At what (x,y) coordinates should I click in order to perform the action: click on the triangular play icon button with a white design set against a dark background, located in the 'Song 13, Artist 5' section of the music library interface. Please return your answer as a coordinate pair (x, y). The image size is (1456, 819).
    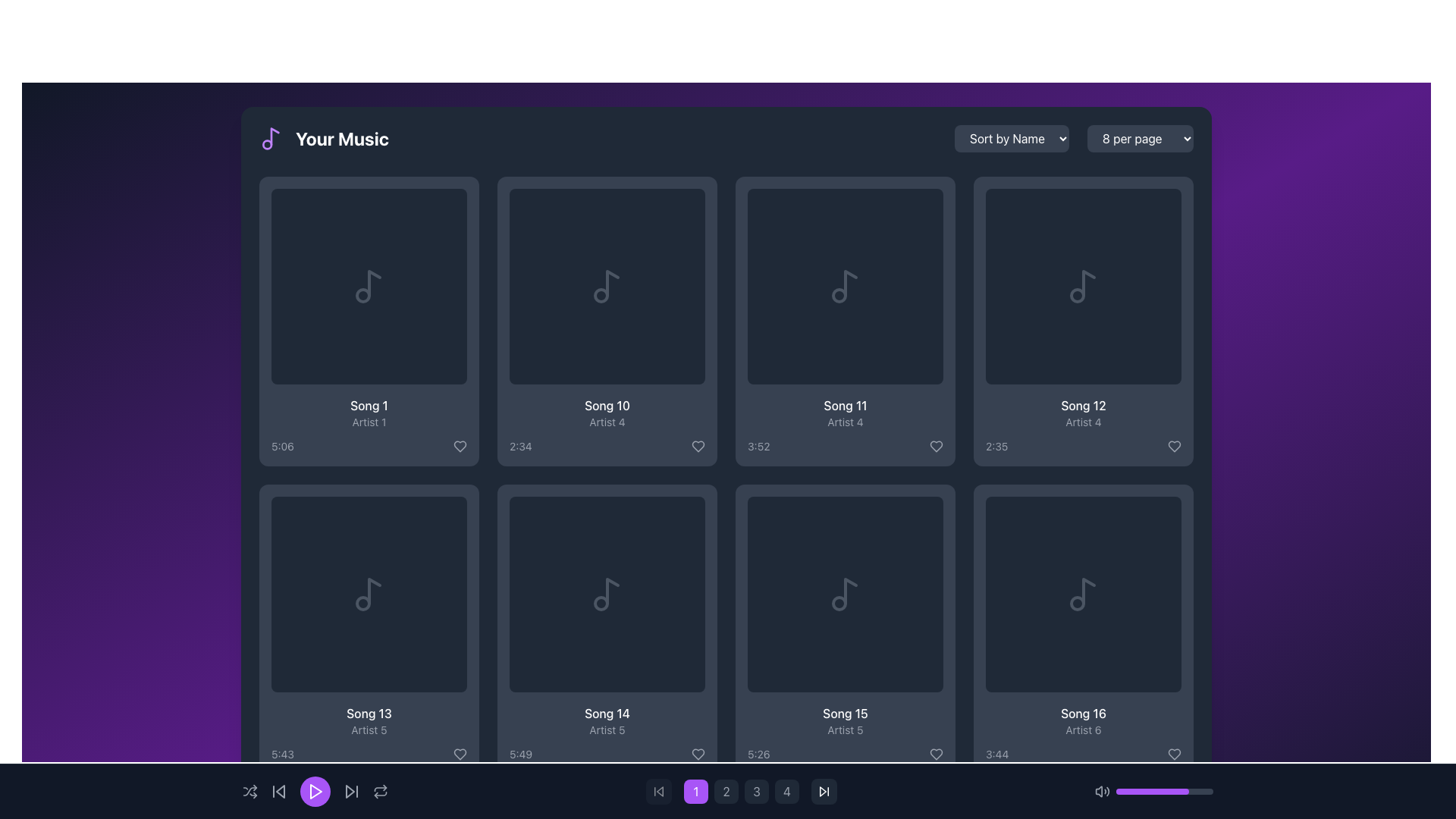
    Looking at the image, I should click on (369, 593).